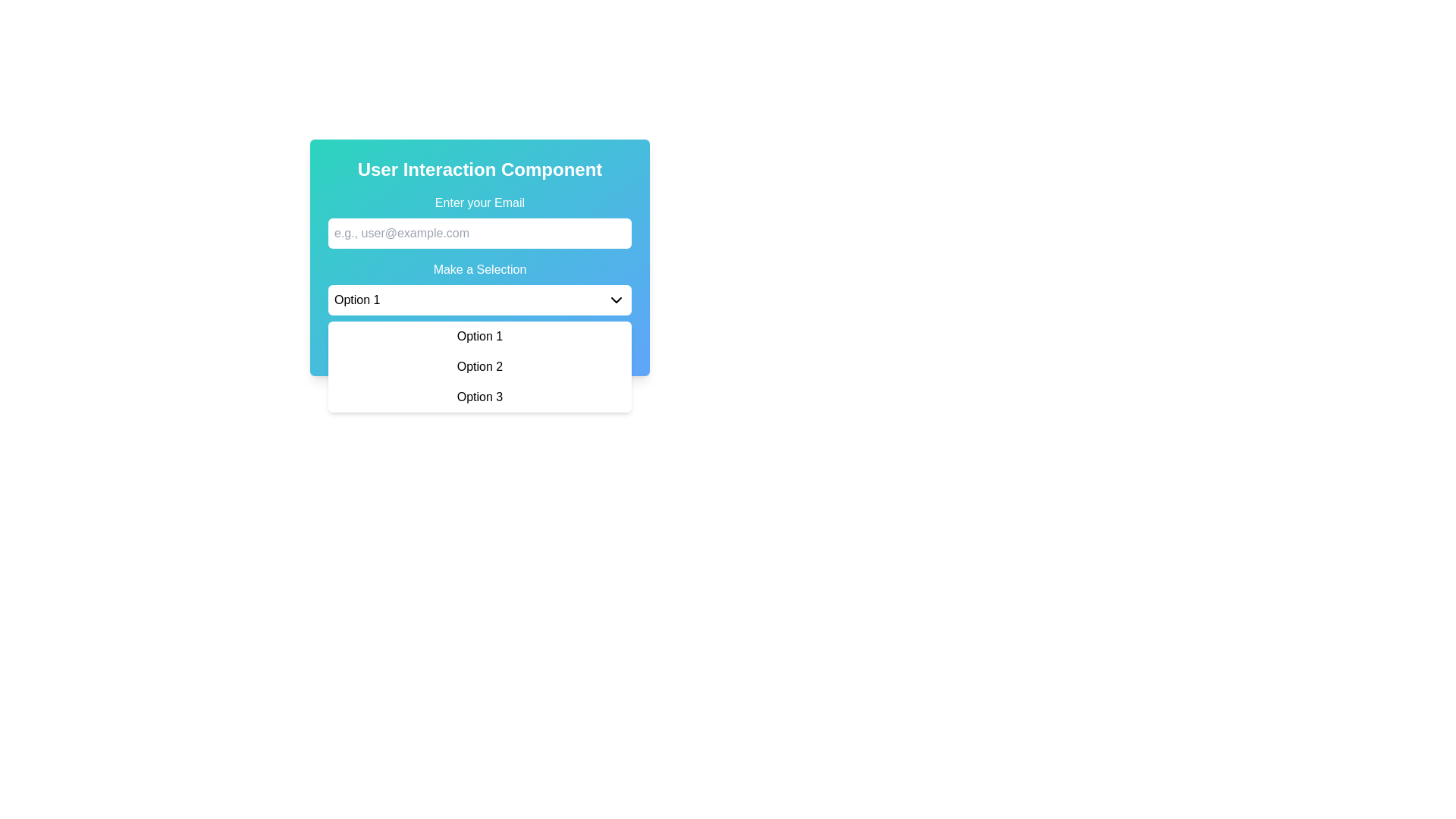  What do you see at coordinates (479, 288) in the screenshot?
I see `the dropdown menu located in the 'User Interaction Component' modal` at bounding box center [479, 288].